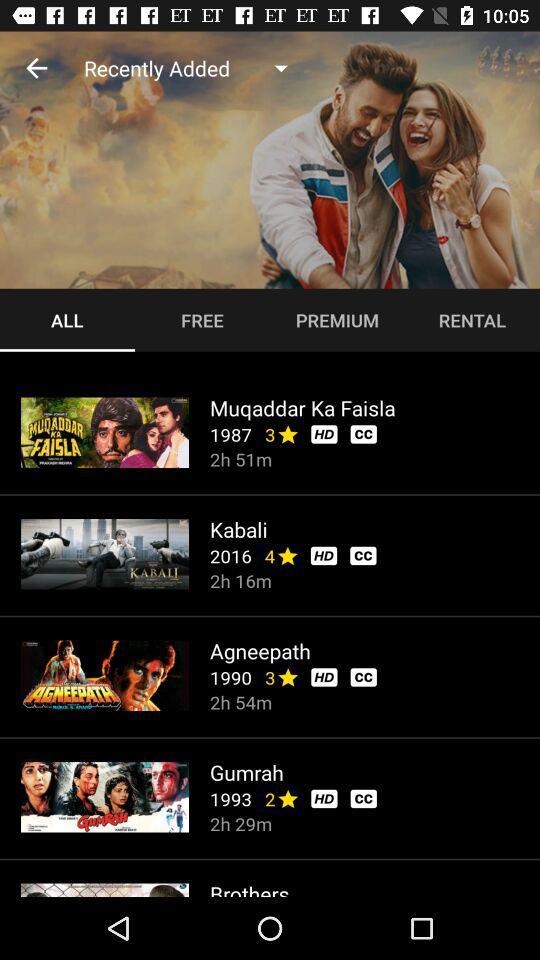  Describe the element at coordinates (362, 556) in the screenshot. I see `cc` at that location.